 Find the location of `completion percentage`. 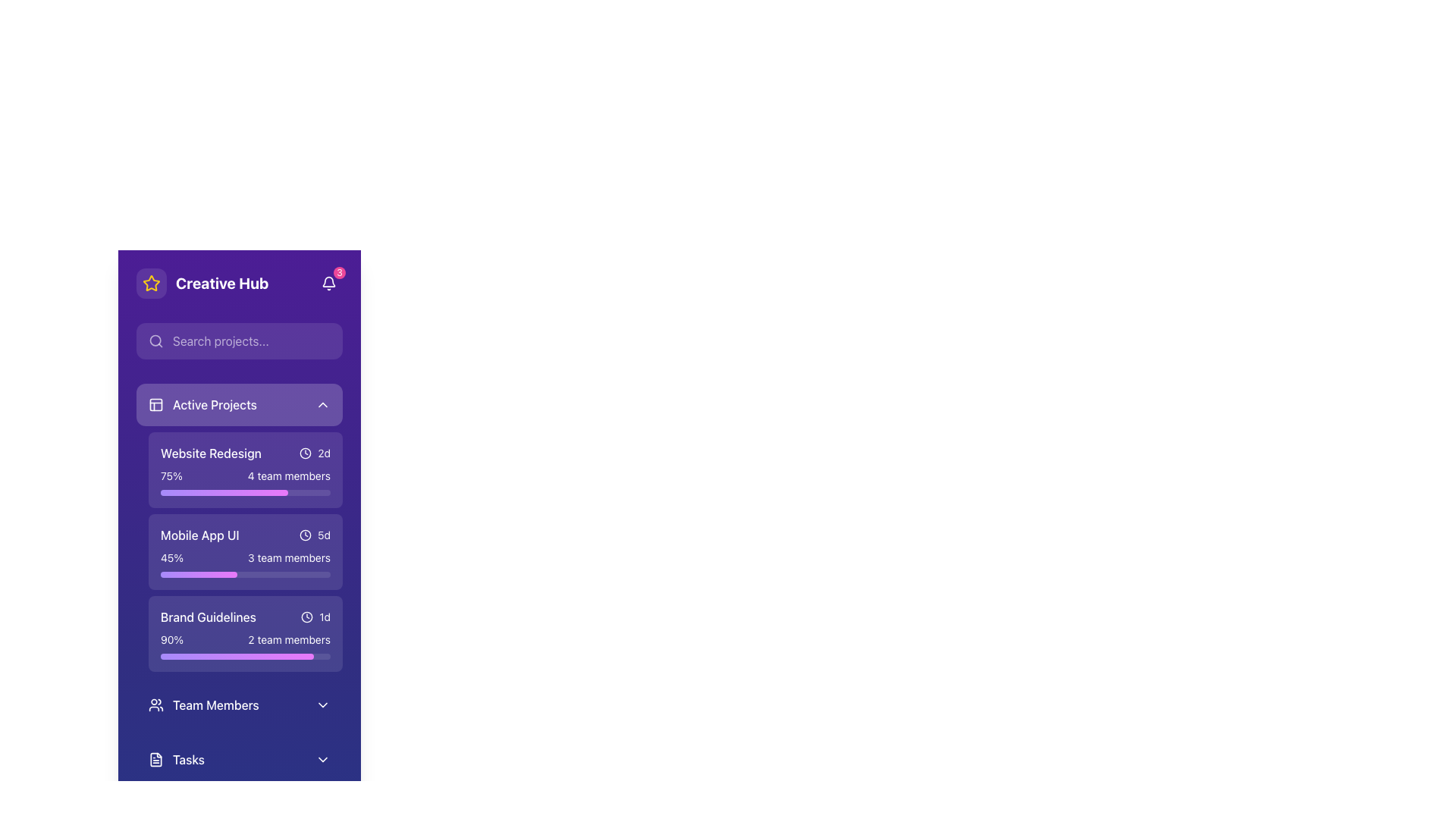

completion percentage is located at coordinates (215, 493).